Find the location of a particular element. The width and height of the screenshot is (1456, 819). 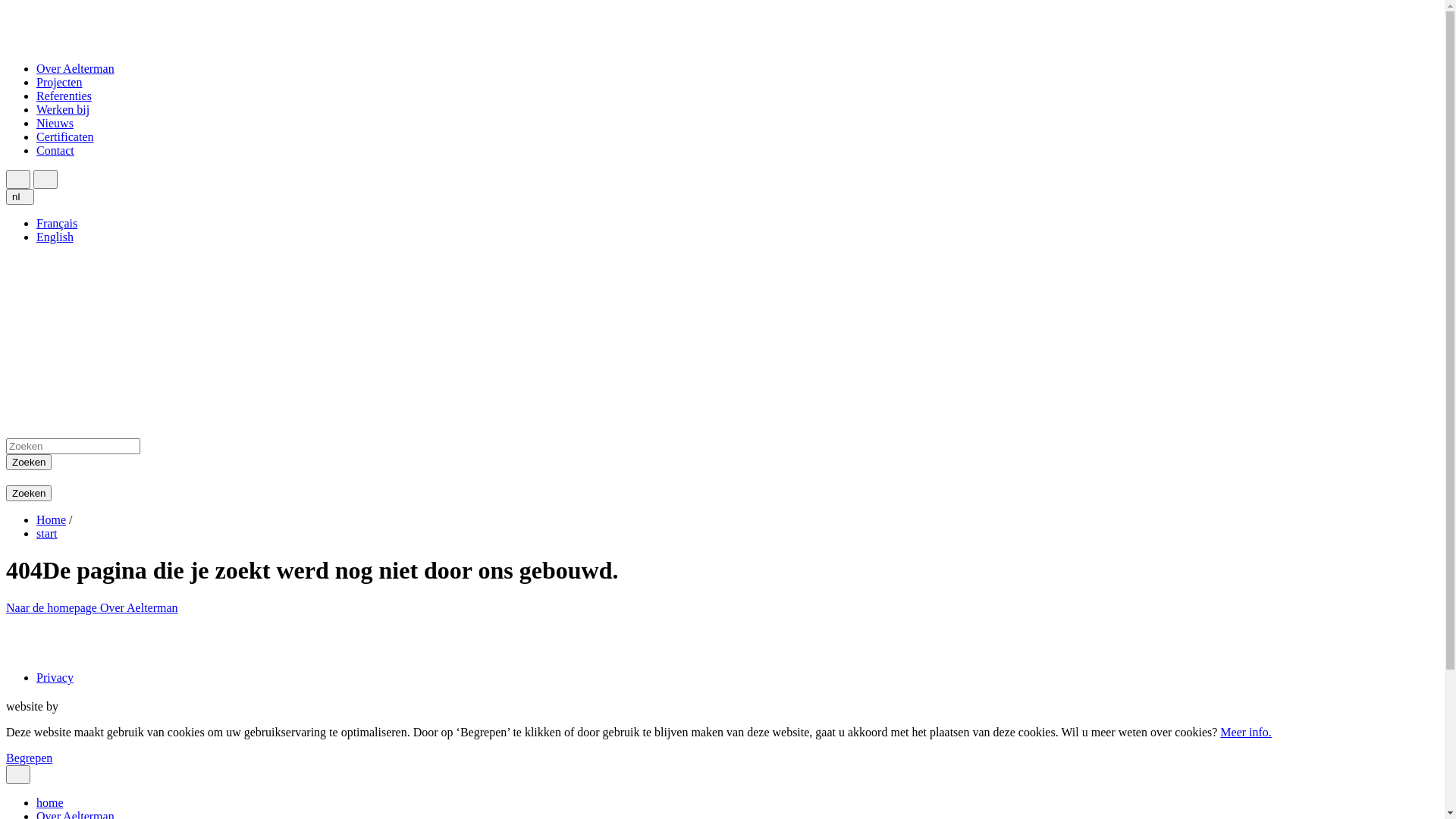

'Begrepen' is located at coordinates (29, 758).